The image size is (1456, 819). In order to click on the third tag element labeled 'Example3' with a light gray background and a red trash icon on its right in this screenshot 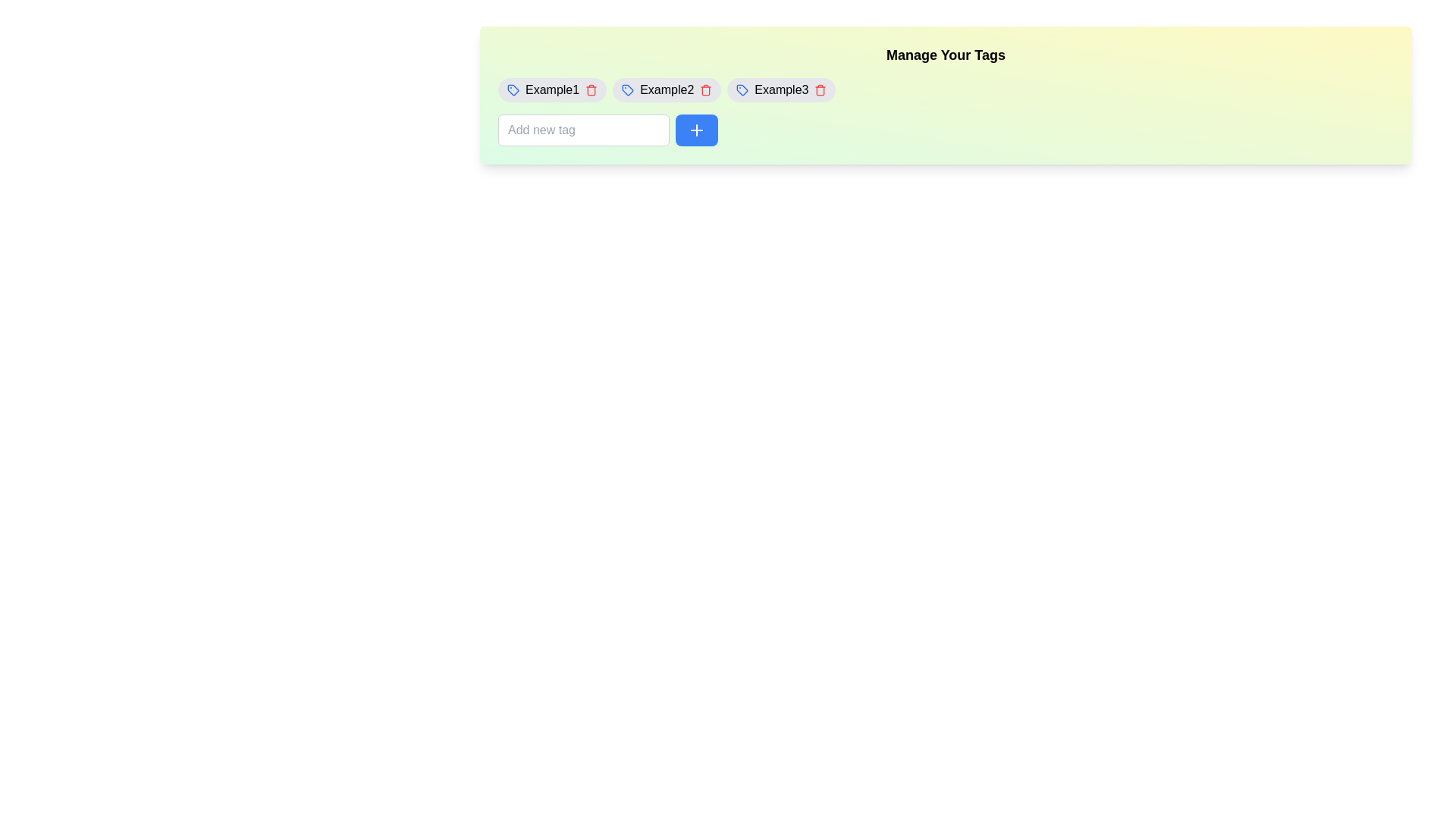, I will do `click(781, 90)`.